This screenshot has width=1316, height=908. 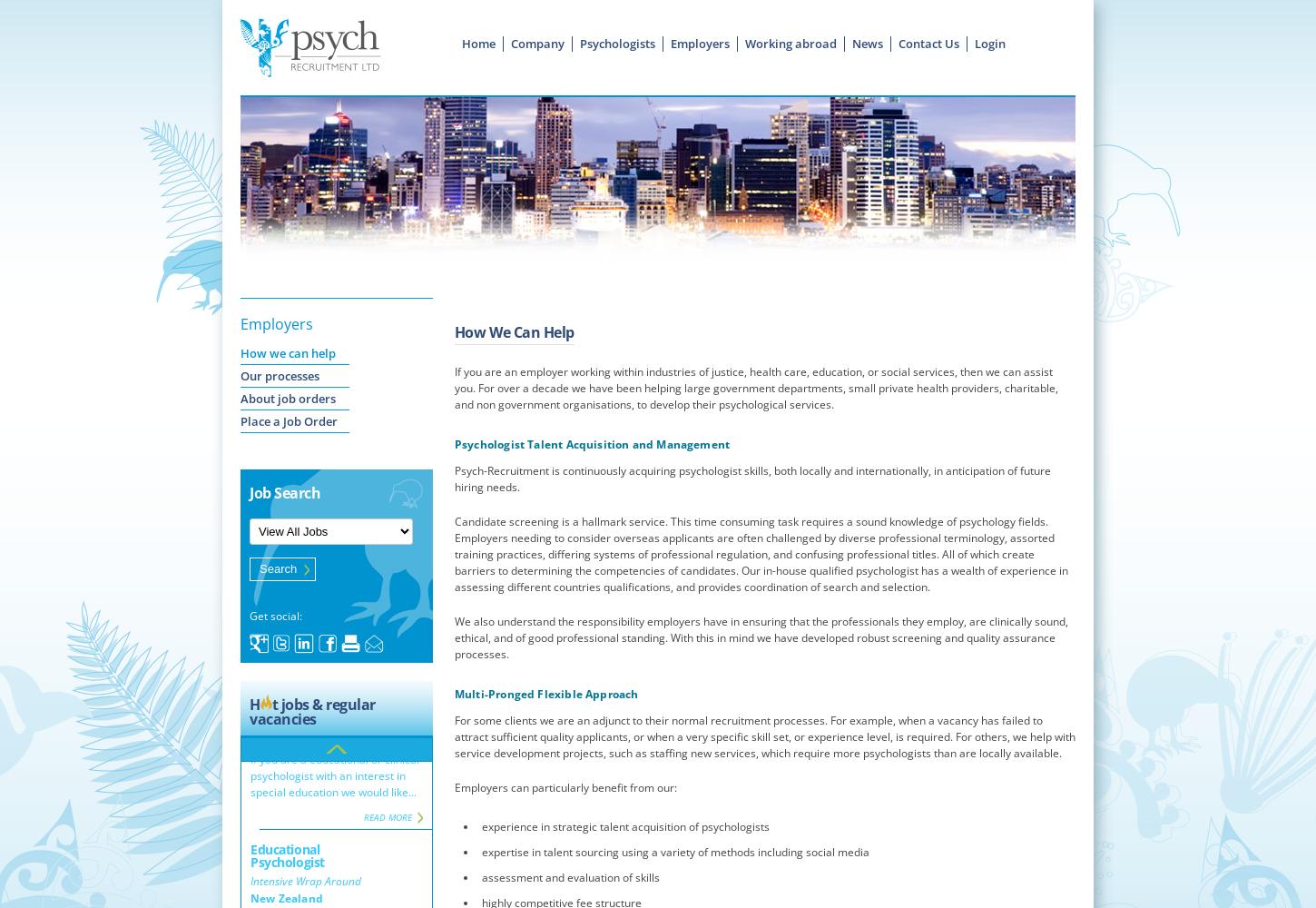 What do you see at coordinates (387, 746) in the screenshot?
I see `'Read More'` at bounding box center [387, 746].